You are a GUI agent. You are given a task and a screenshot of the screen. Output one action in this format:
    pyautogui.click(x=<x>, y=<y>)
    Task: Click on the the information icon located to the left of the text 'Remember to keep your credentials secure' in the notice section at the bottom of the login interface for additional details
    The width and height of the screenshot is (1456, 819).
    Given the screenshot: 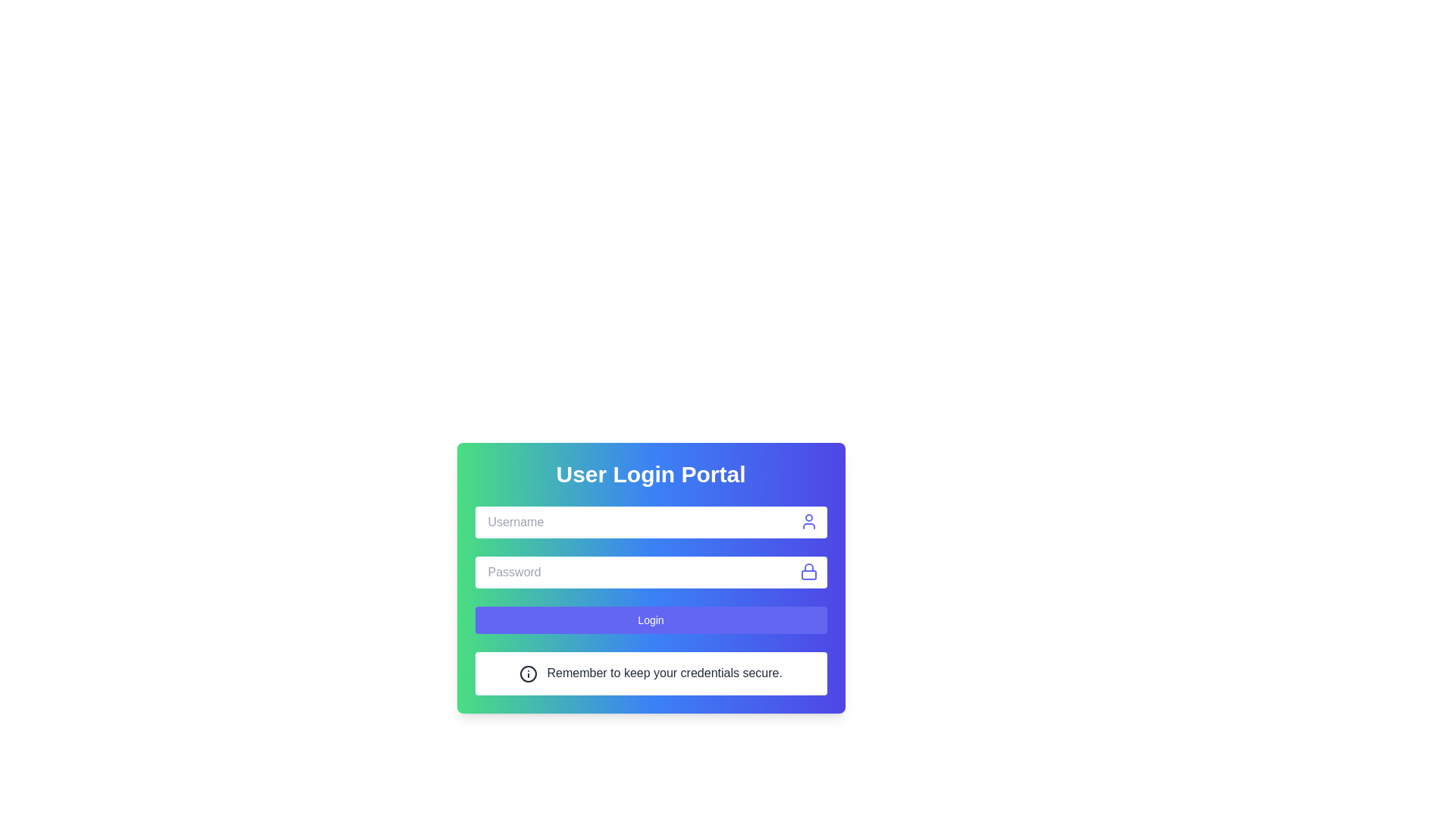 What is the action you would take?
    pyautogui.click(x=529, y=673)
    